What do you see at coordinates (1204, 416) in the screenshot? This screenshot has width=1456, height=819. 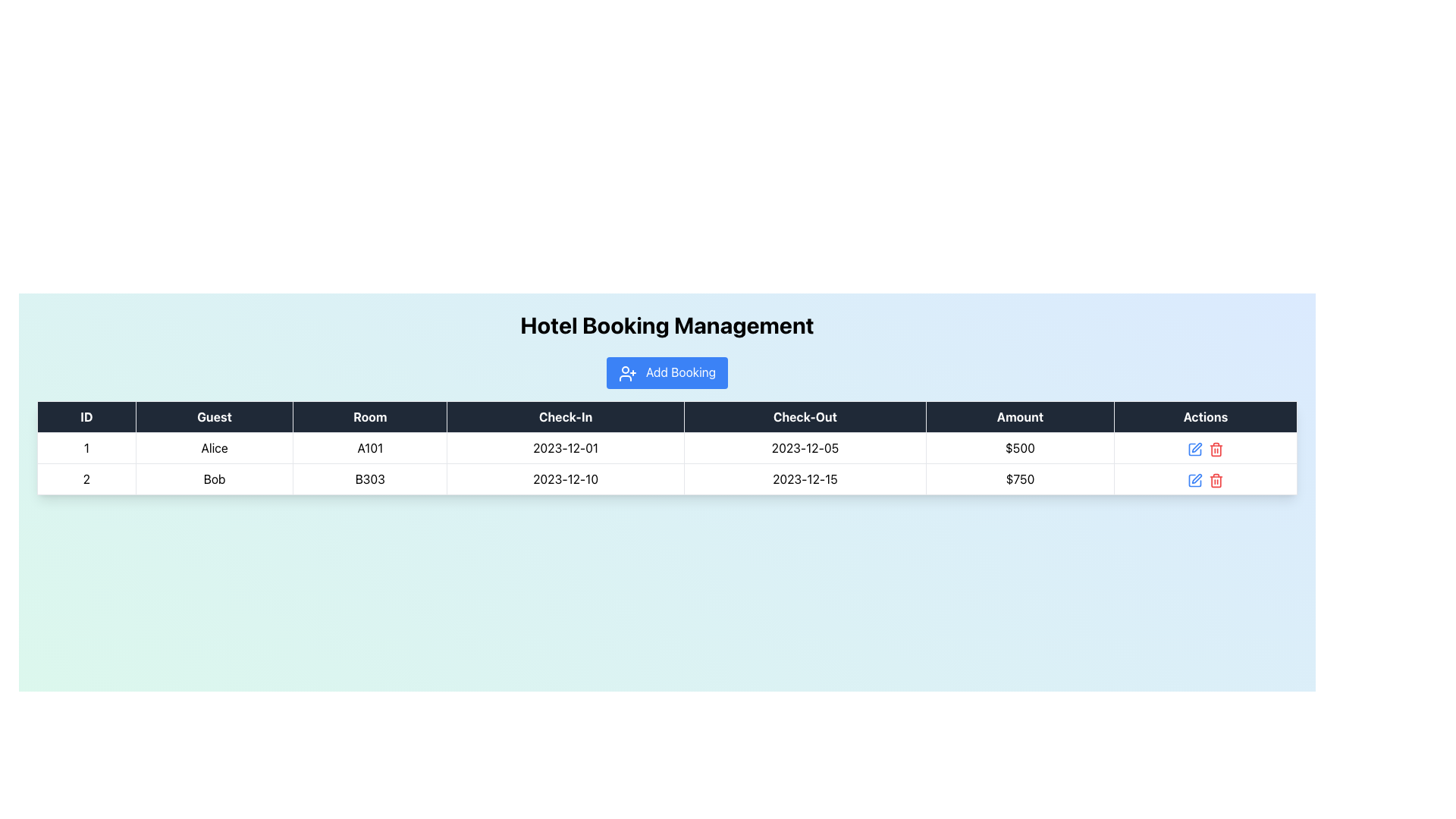 I see `the 'Actions' text label in the last column of the table header, which is displayed in white font on a dark background, indicating functionality related to actions in the dataset` at bounding box center [1204, 416].